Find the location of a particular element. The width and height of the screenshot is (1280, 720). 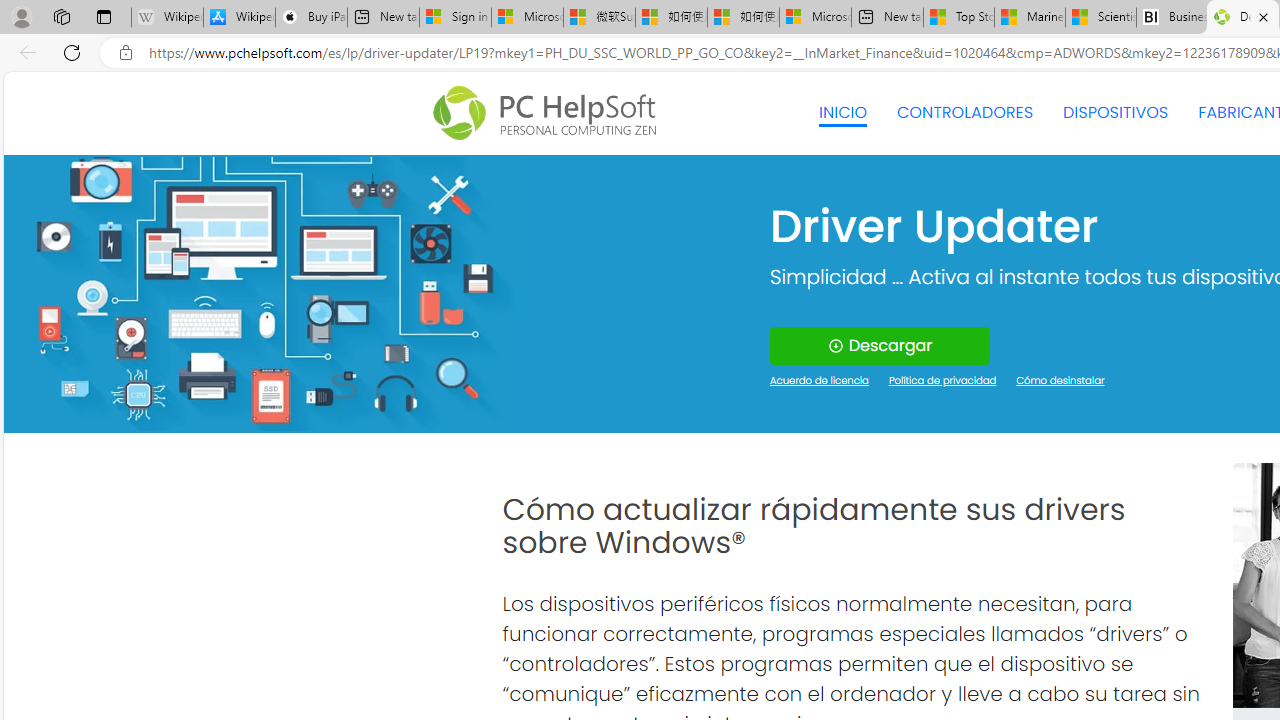

'Acuerdo de licencia' is located at coordinates (819, 381).